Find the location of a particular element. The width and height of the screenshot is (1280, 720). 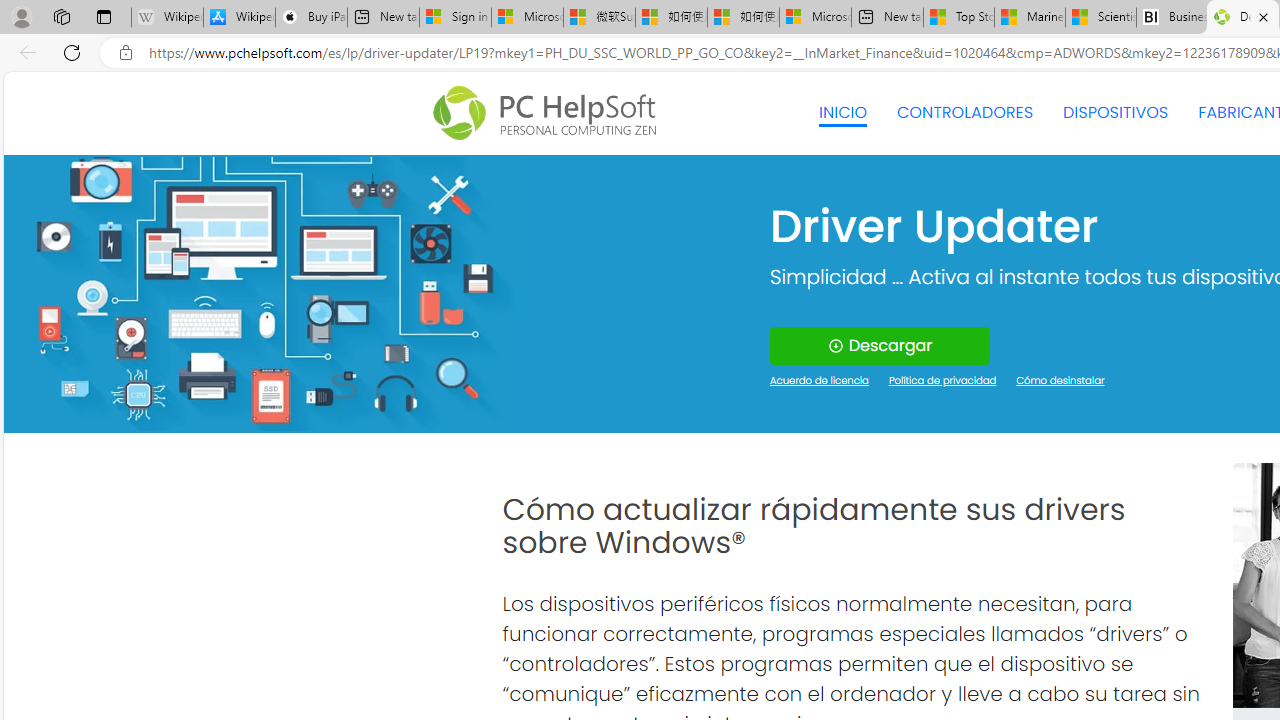

'Acuerdo de licencia' is located at coordinates (819, 381).